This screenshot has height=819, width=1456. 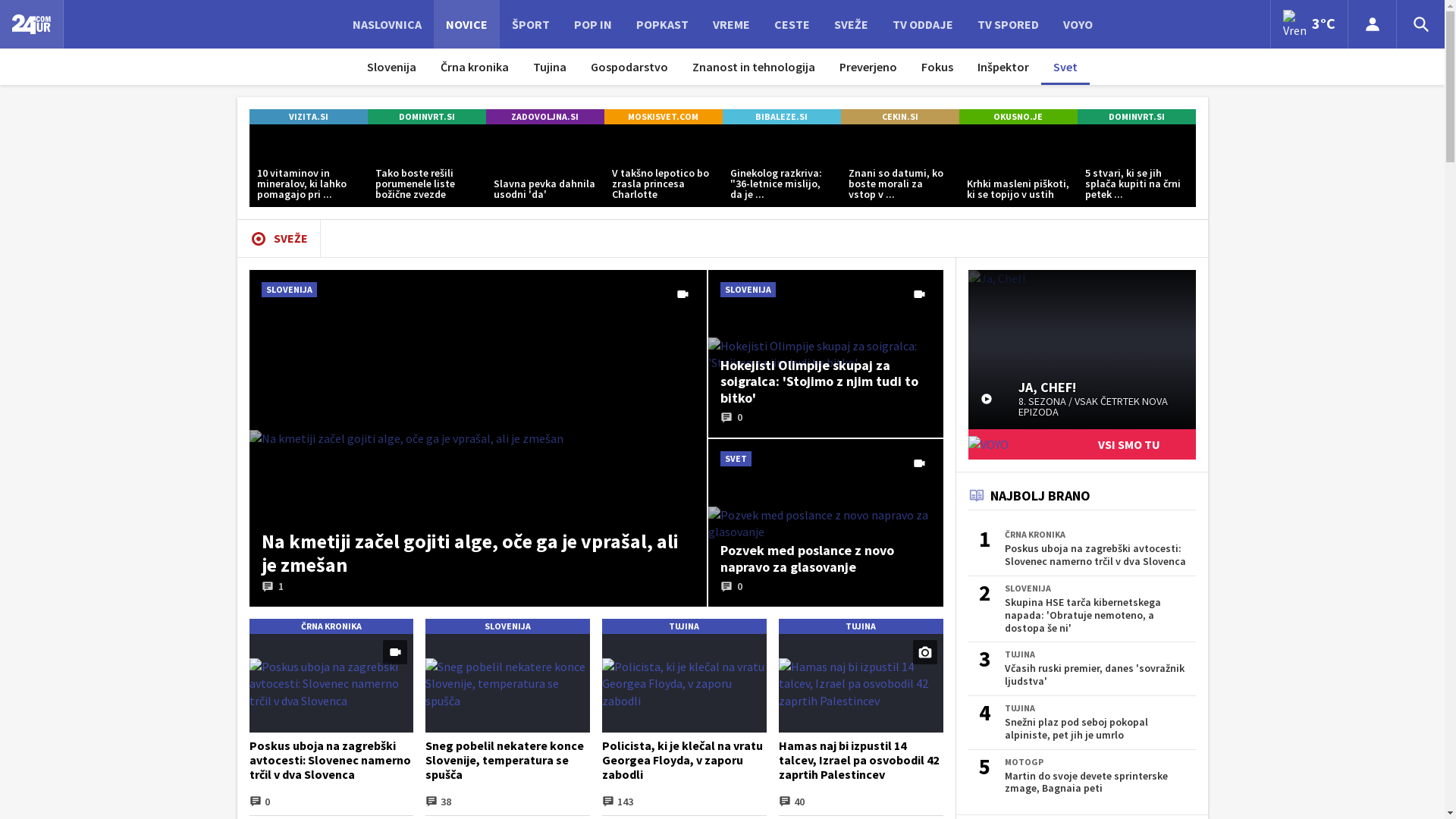 I want to click on 'MOSKISVET.COM', so click(x=603, y=116).